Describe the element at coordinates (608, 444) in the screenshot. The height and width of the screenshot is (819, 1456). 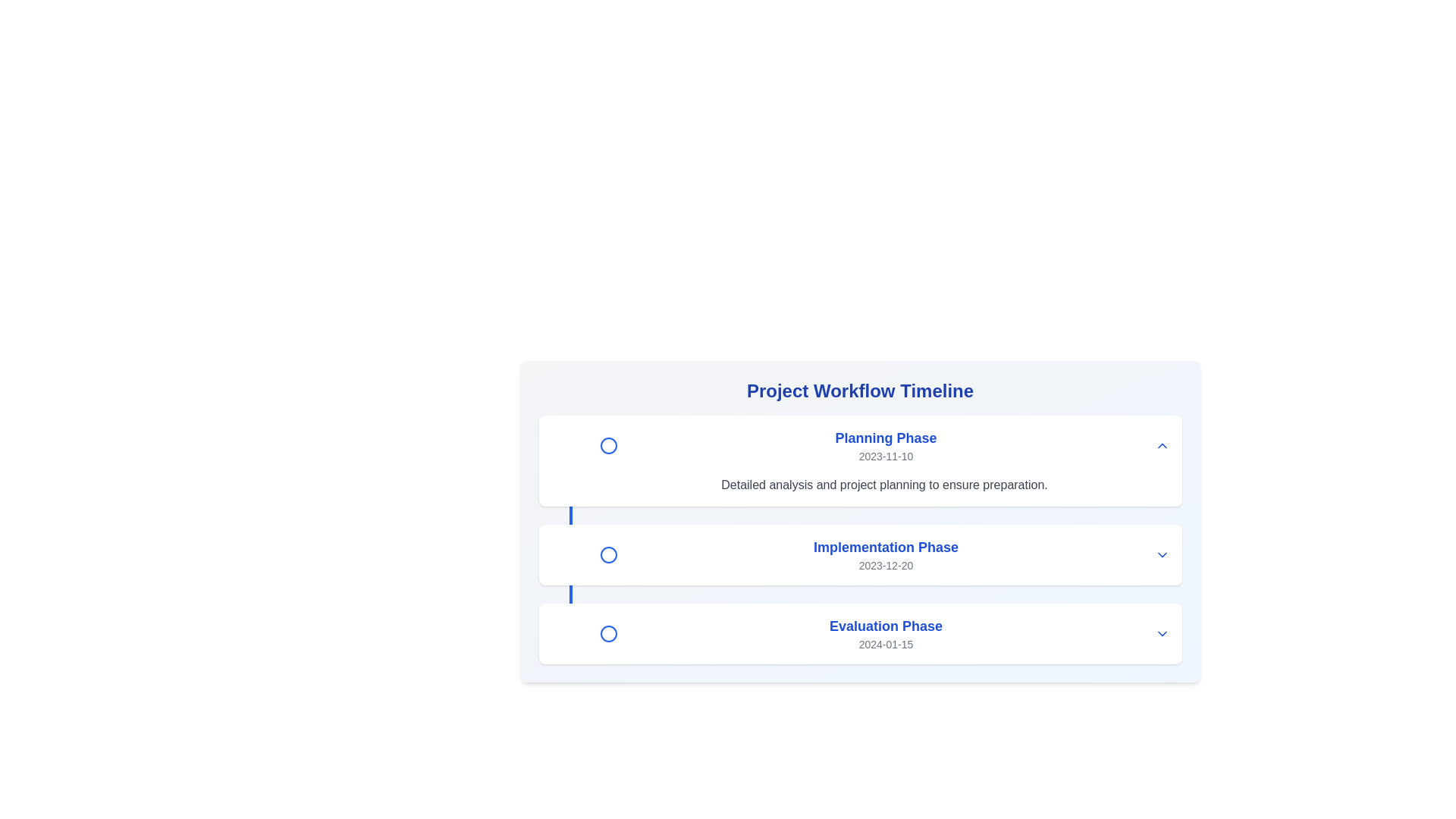
I see `the status of the planning phase icon located to the left of the 'Planning Phase' label and its date in the timeline` at that location.